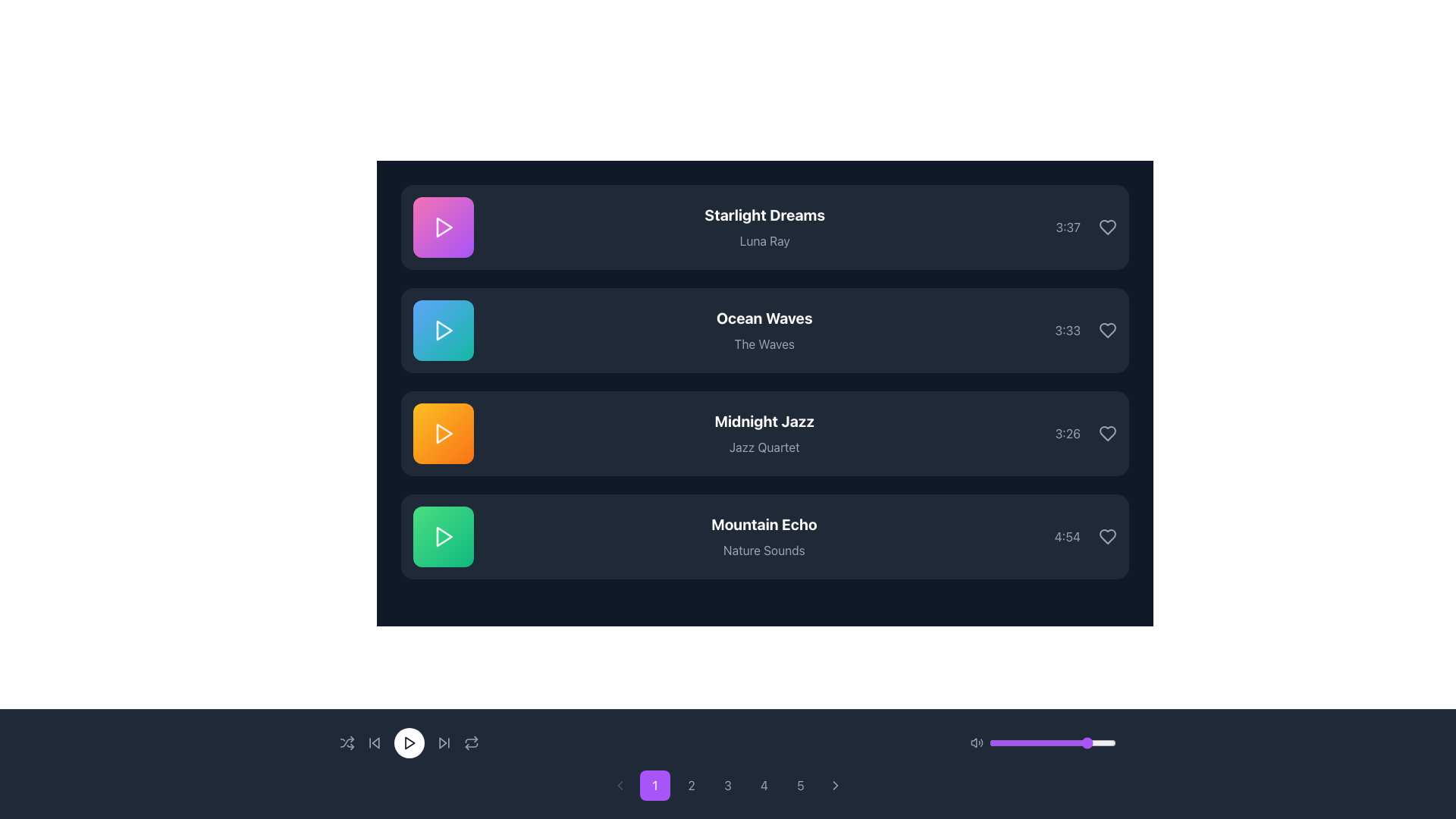  Describe the element at coordinates (764, 344) in the screenshot. I see `text component displaying 'The Waves', which is styled in gray and located below the title 'Ocean Waves'` at that location.